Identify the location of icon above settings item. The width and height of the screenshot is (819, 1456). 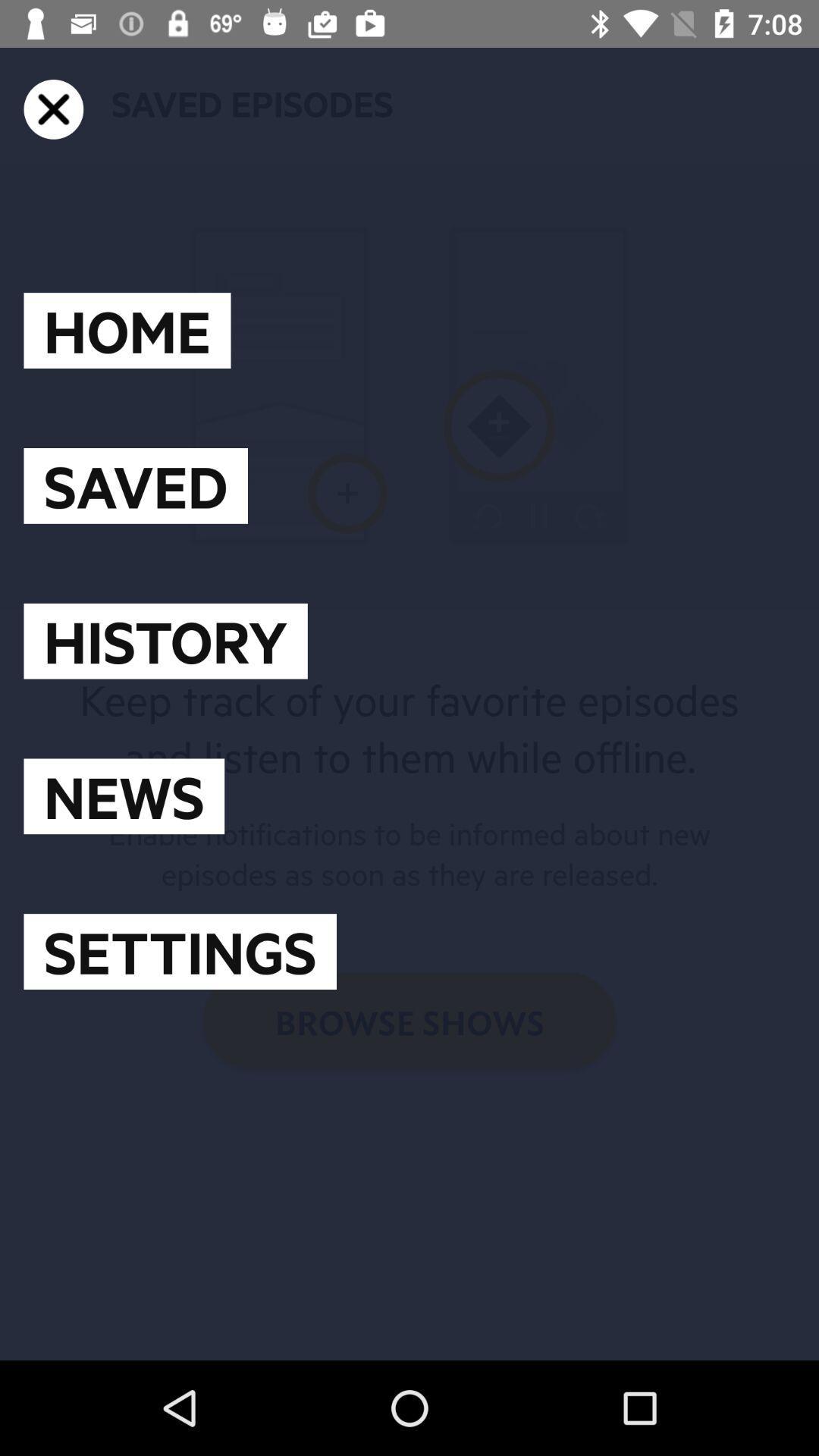
(123, 795).